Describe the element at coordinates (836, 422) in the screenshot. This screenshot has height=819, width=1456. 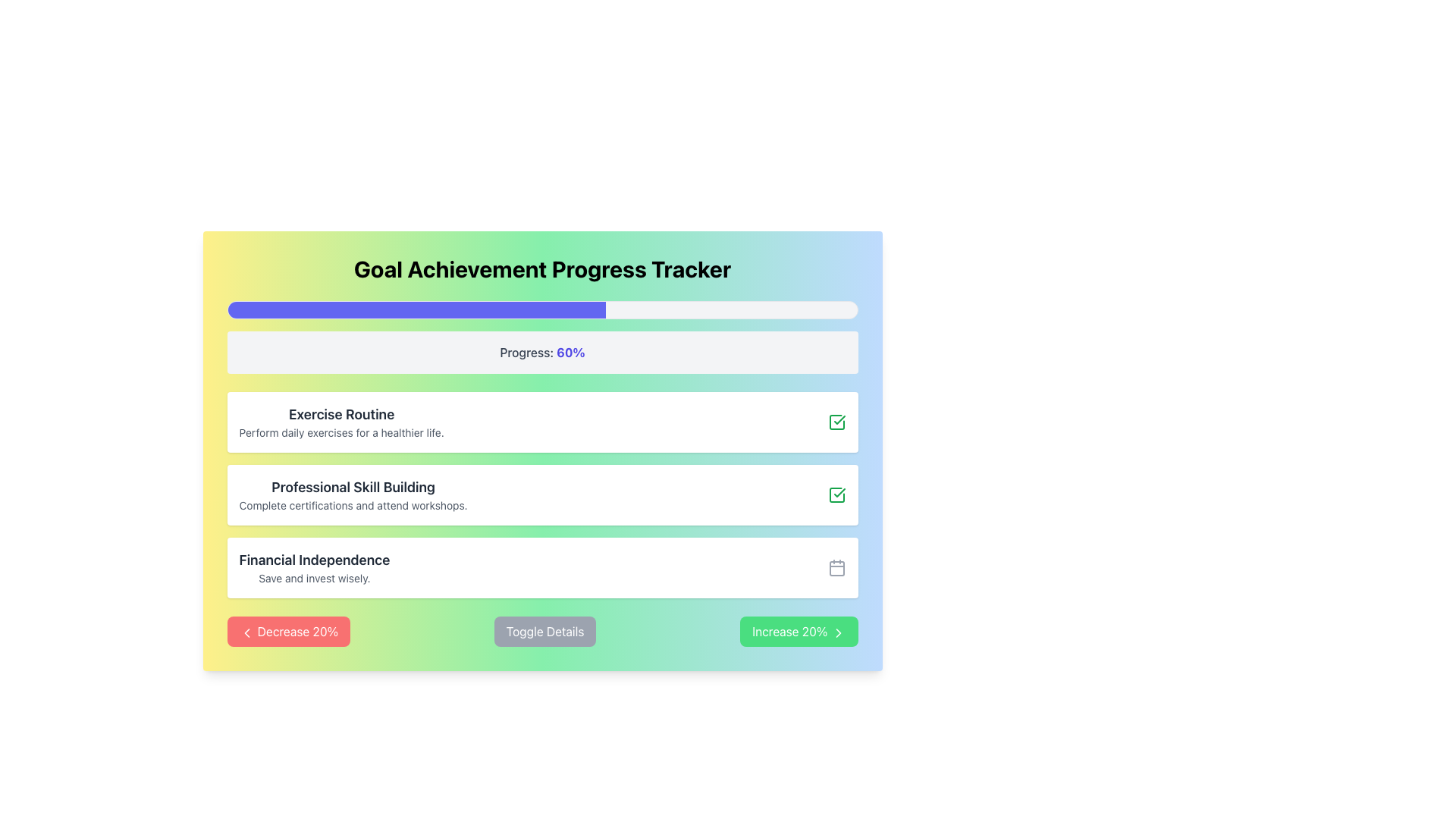
I see `the checkbox located at the far-right side of the 'Exercise Routine' card` at that location.